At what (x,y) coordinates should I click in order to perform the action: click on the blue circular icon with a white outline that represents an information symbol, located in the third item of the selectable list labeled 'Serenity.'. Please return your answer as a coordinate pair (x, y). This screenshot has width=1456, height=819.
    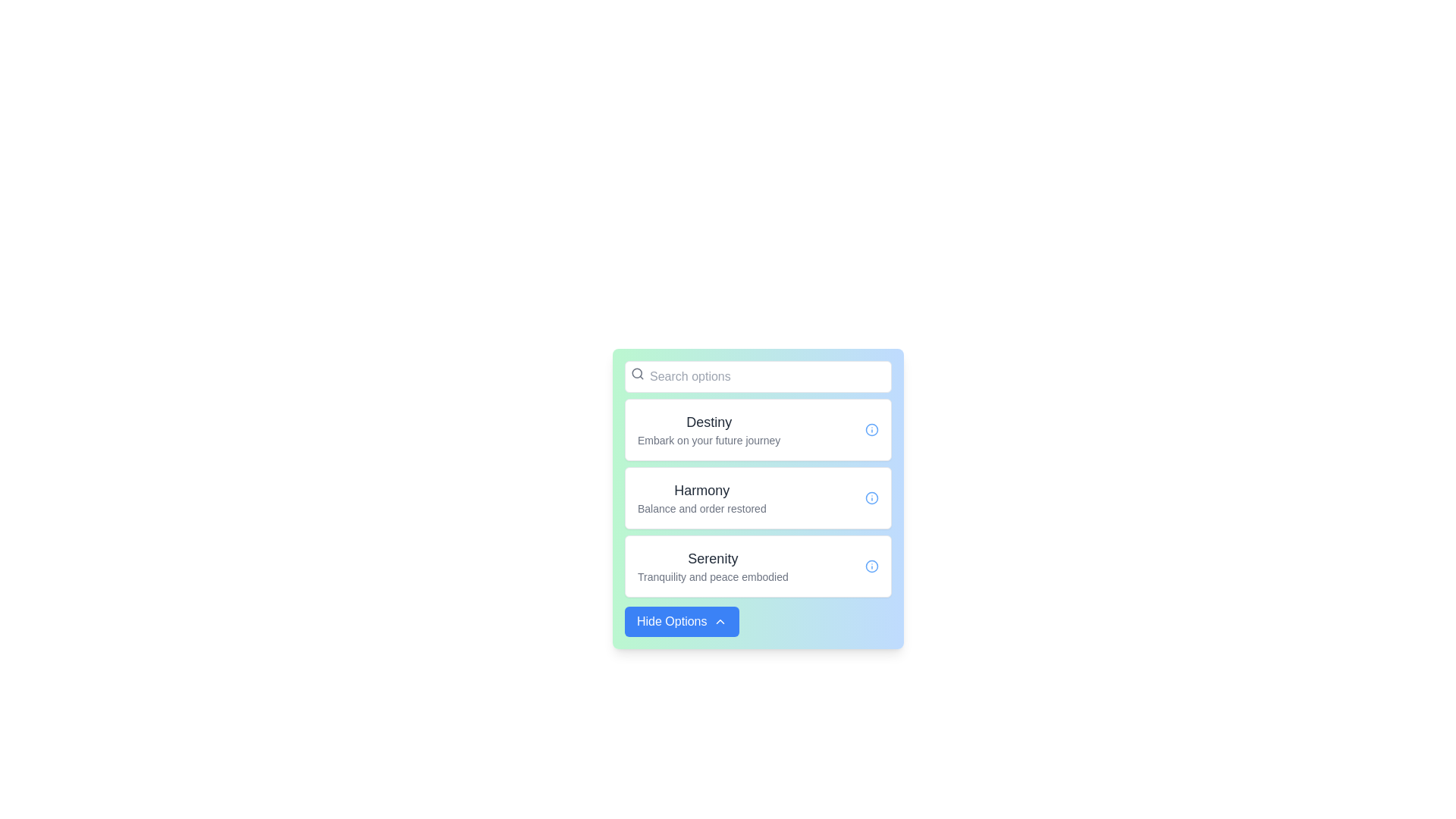
    Looking at the image, I should click on (872, 566).